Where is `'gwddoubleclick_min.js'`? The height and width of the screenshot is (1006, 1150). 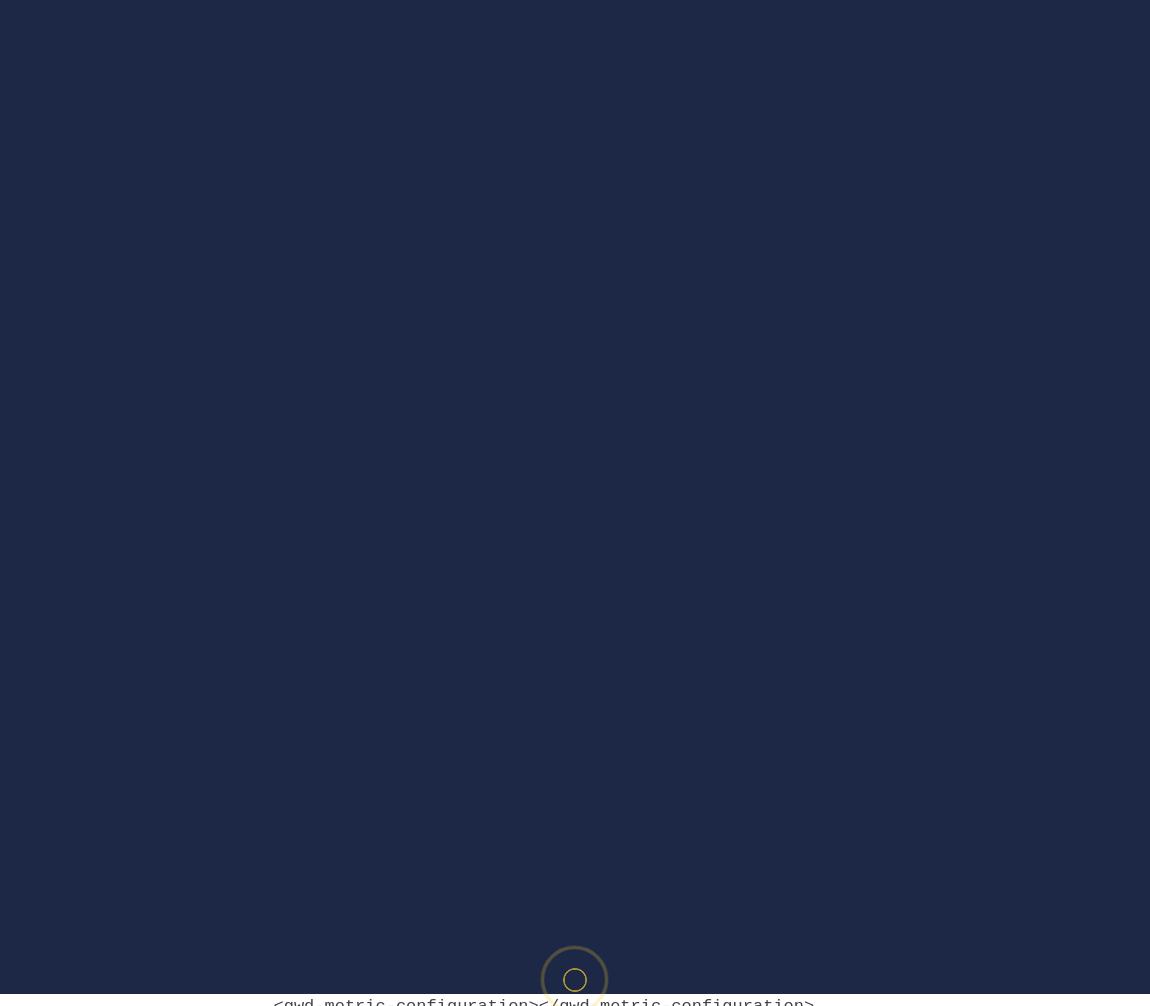
'gwddoubleclick_min.js' is located at coordinates (429, 297).